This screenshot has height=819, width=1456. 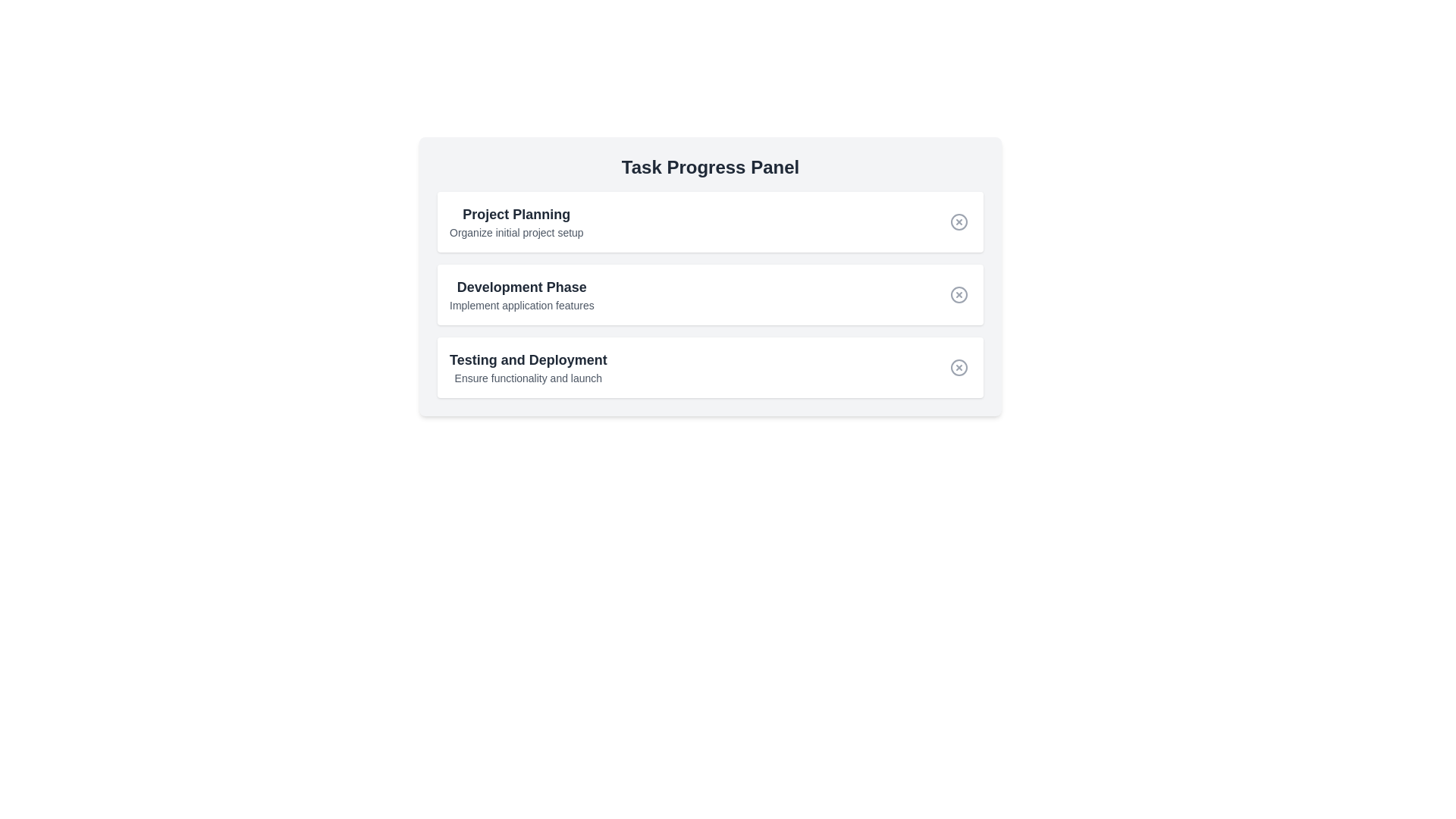 I want to click on the small text component that reads 'Implement application features', which is located beneath the bold 'Development Phase' heading, indicating it is a secondary or descriptive text, so click(x=522, y=305).